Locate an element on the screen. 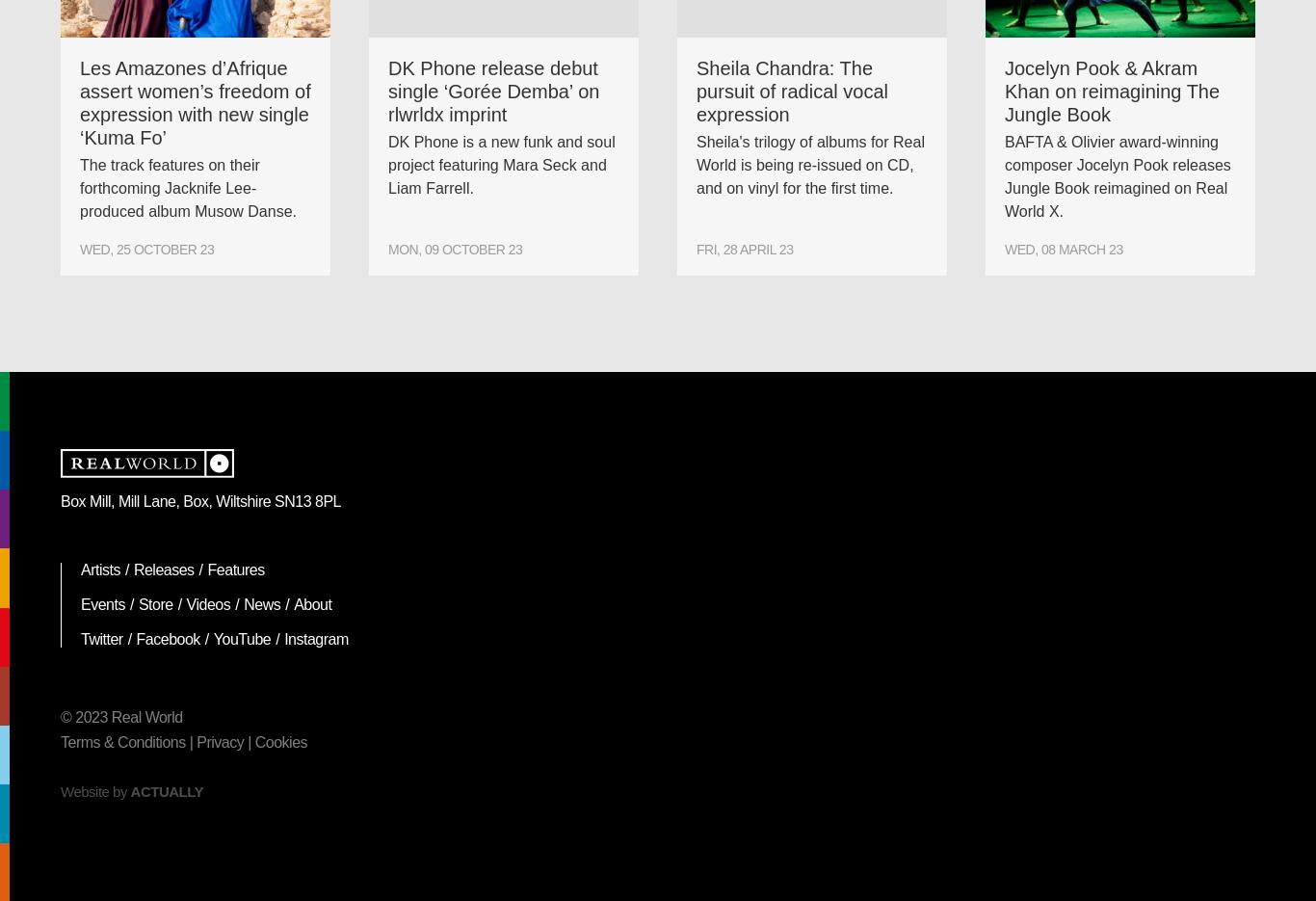 The height and width of the screenshot is (901, 1316). 'Events' is located at coordinates (102, 603).